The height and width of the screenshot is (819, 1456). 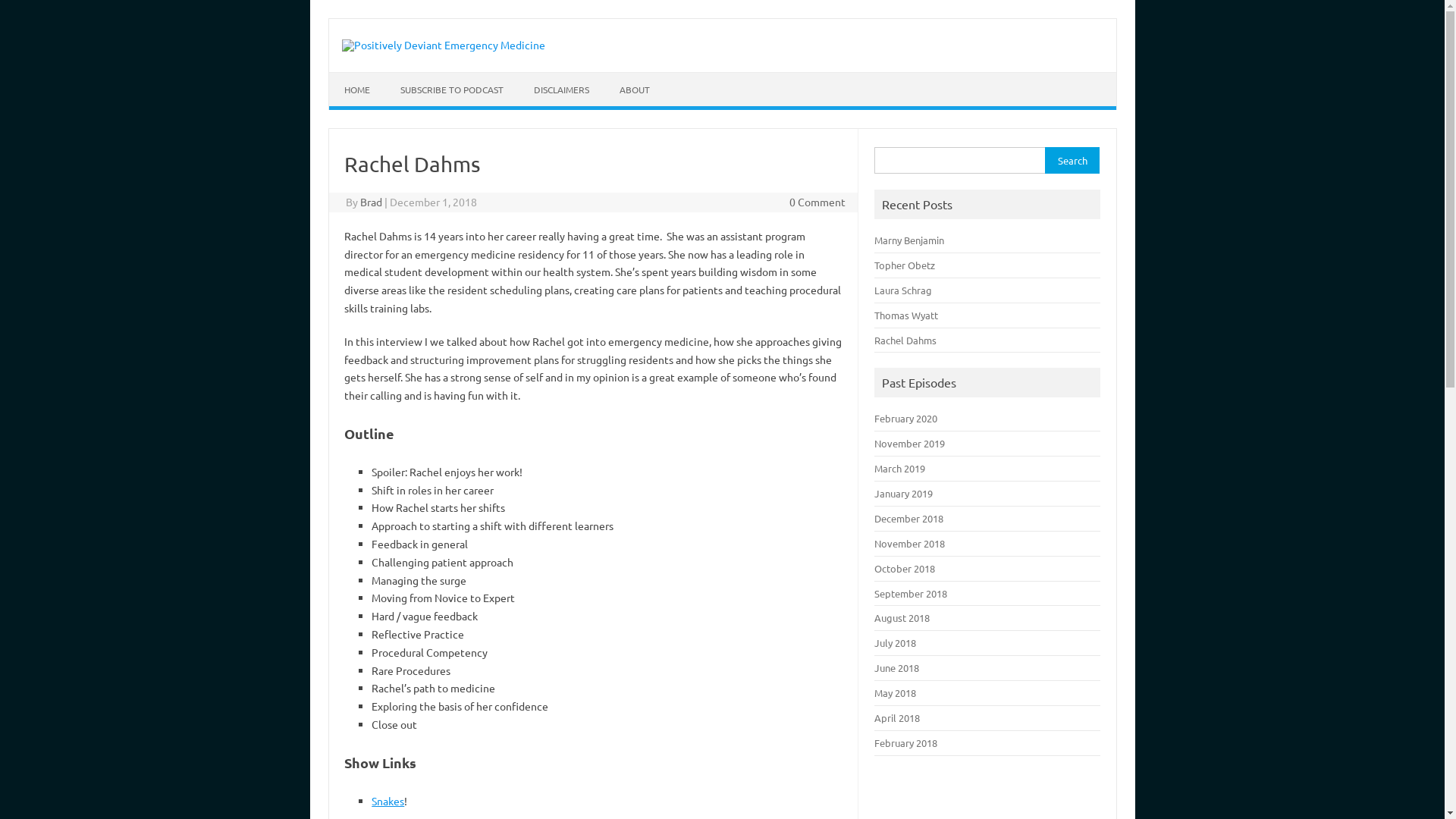 I want to click on 'April 2018', so click(x=896, y=717).